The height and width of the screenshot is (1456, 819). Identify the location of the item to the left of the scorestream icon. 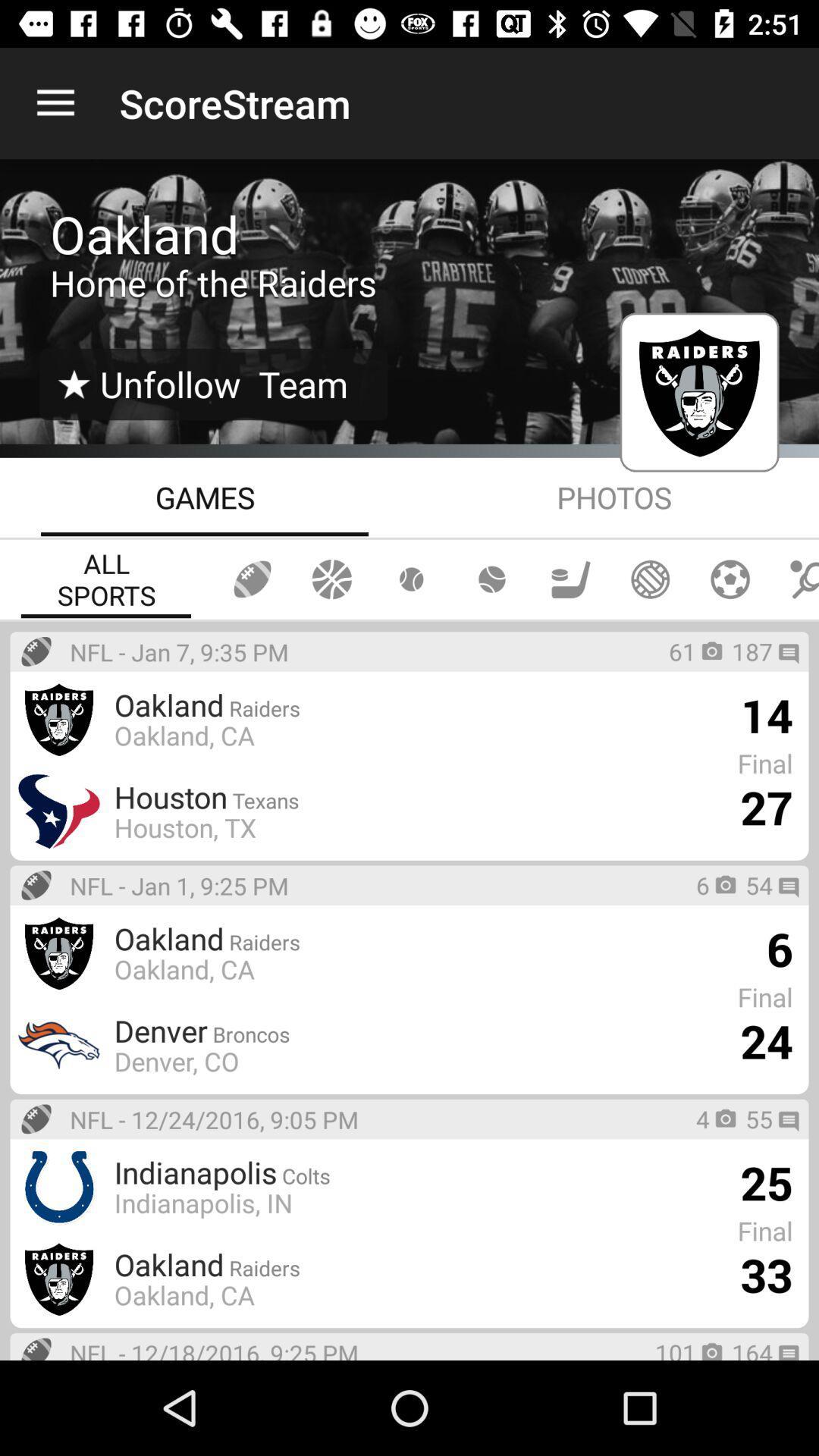
(55, 102).